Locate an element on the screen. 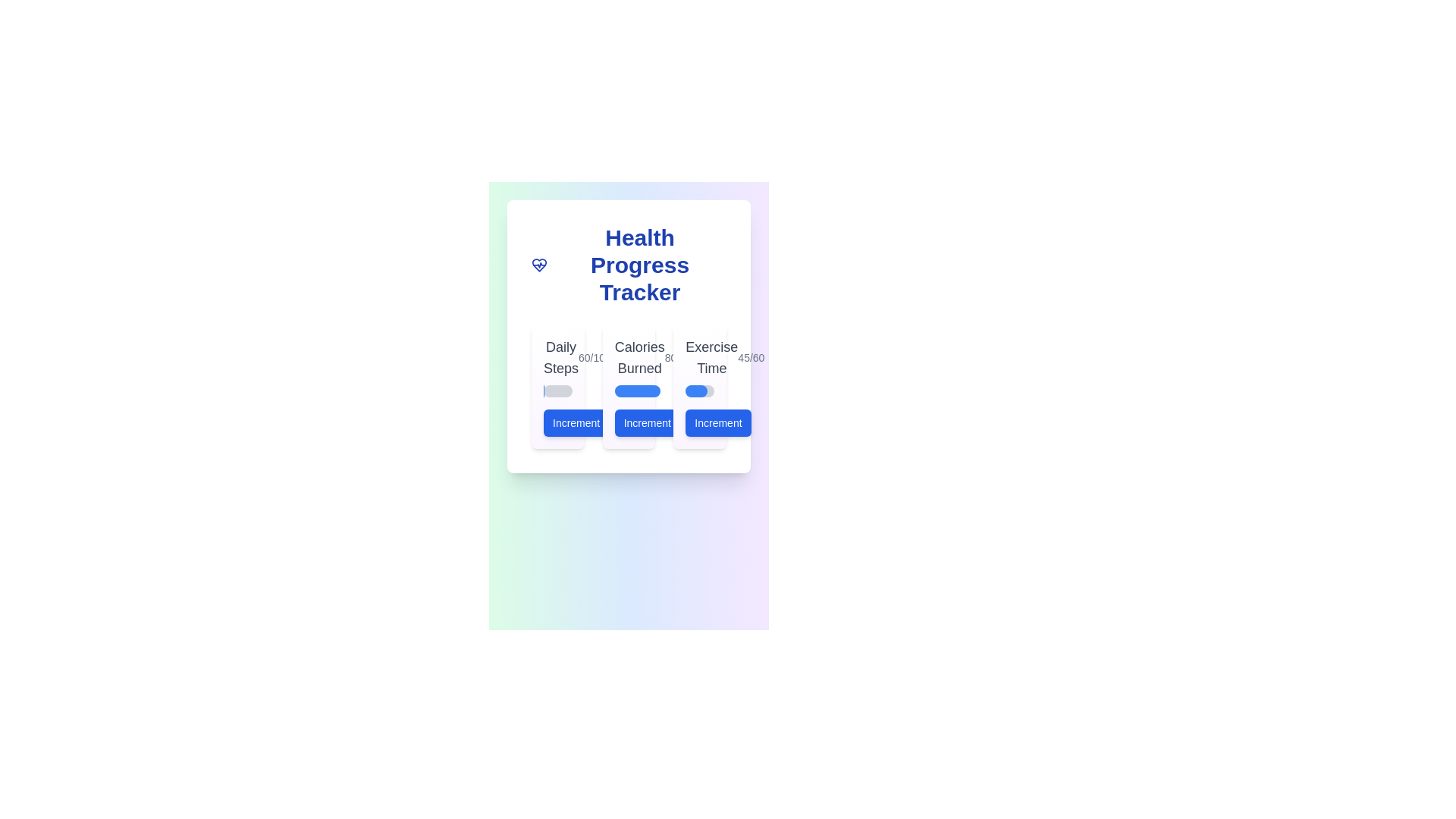  numeric progress value displayed in the text label adjacent to the 'Daily Steps' title, which shows the current/total steps taken is located at coordinates (600, 357).